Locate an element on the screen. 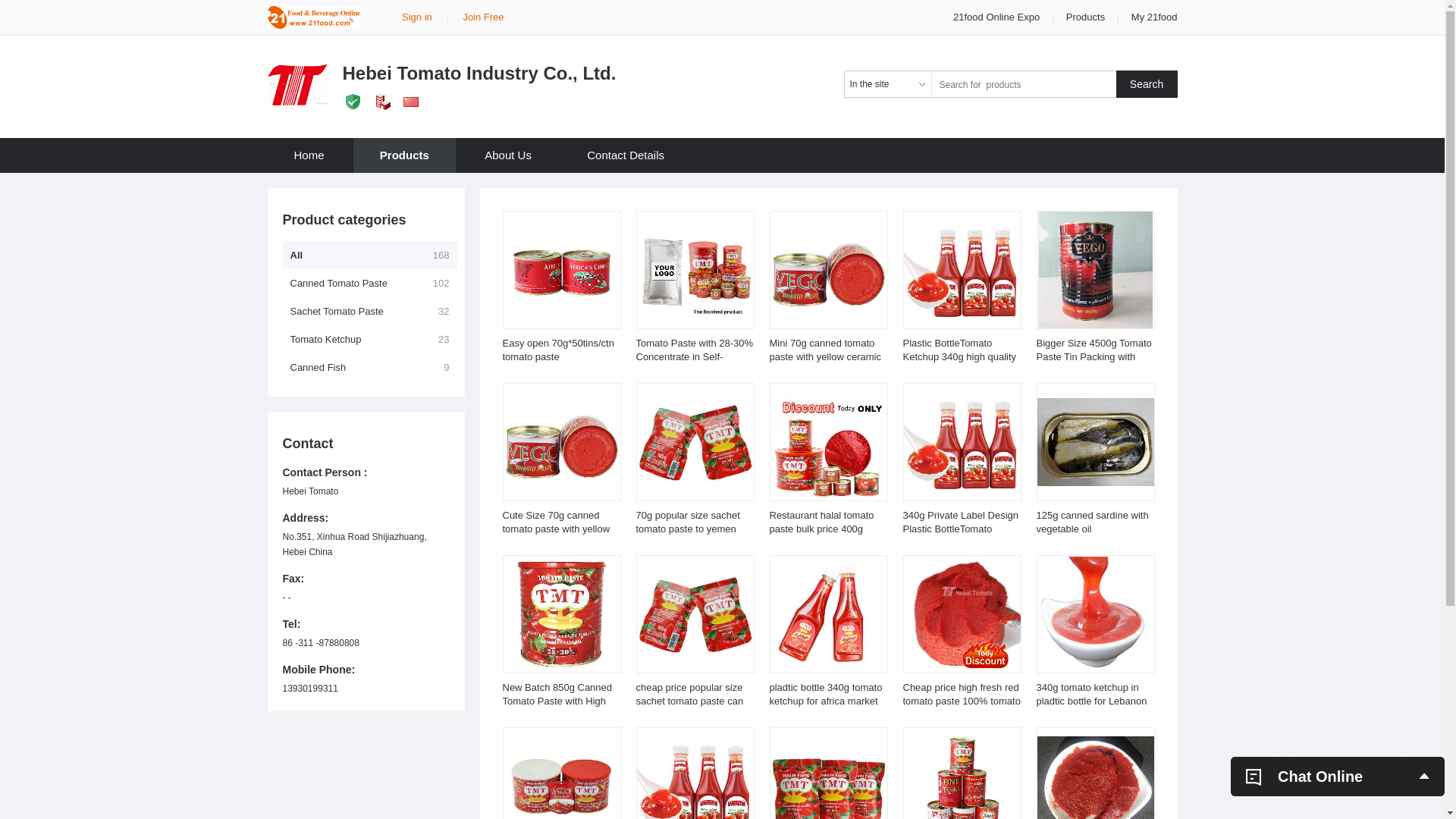 This screenshot has height=819, width=1456. 'pladtic bottle 340g tomato ketchup for africa market' is located at coordinates (768, 694).